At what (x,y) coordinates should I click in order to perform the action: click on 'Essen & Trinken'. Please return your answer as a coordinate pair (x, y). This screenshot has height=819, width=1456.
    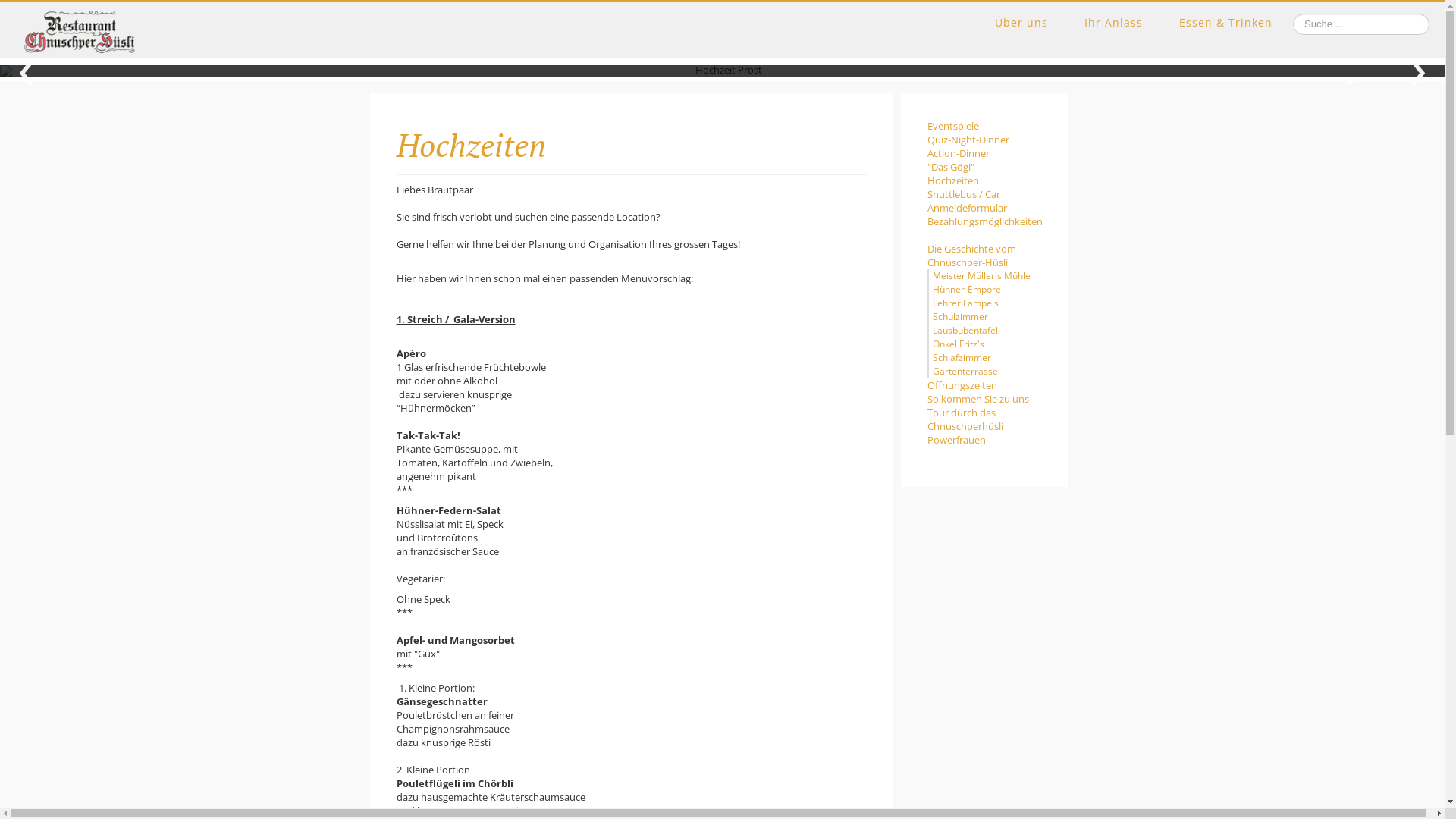
    Looking at the image, I should click on (1178, 23).